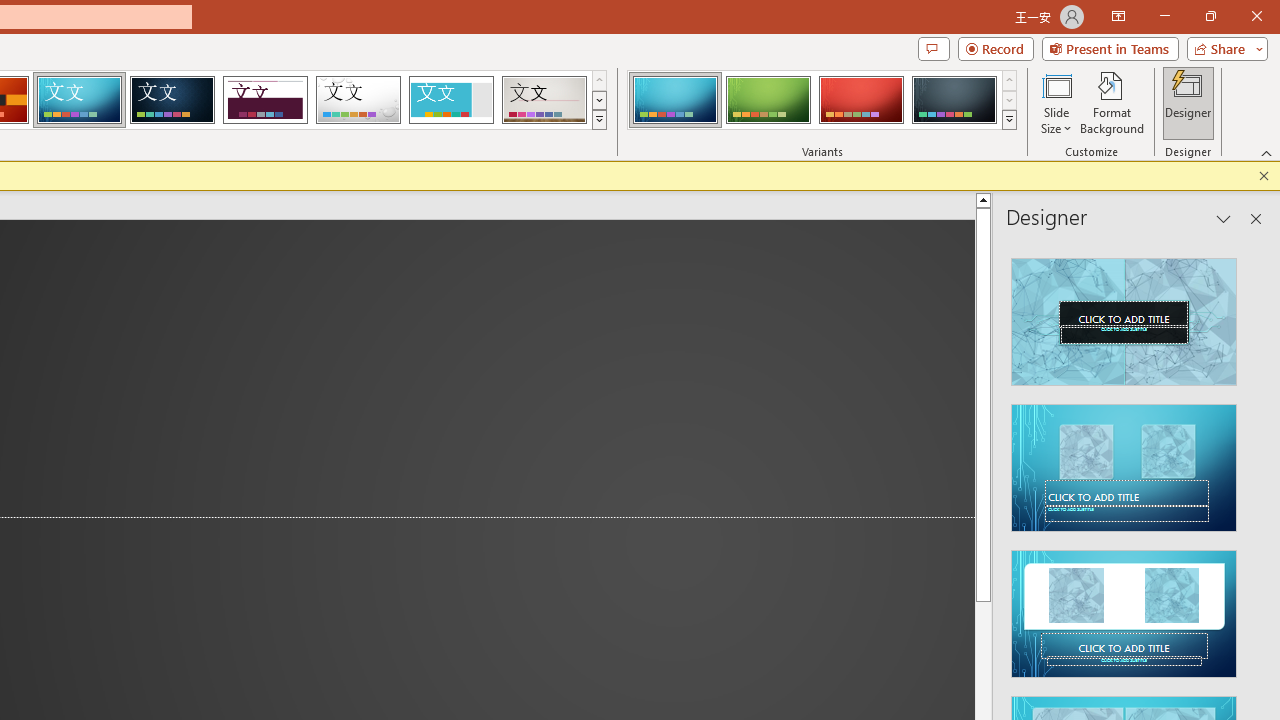 The height and width of the screenshot is (720, 1280). Describe the element at coordinates (172, 100) in the screenshot. I see `'Damask'` at that location.